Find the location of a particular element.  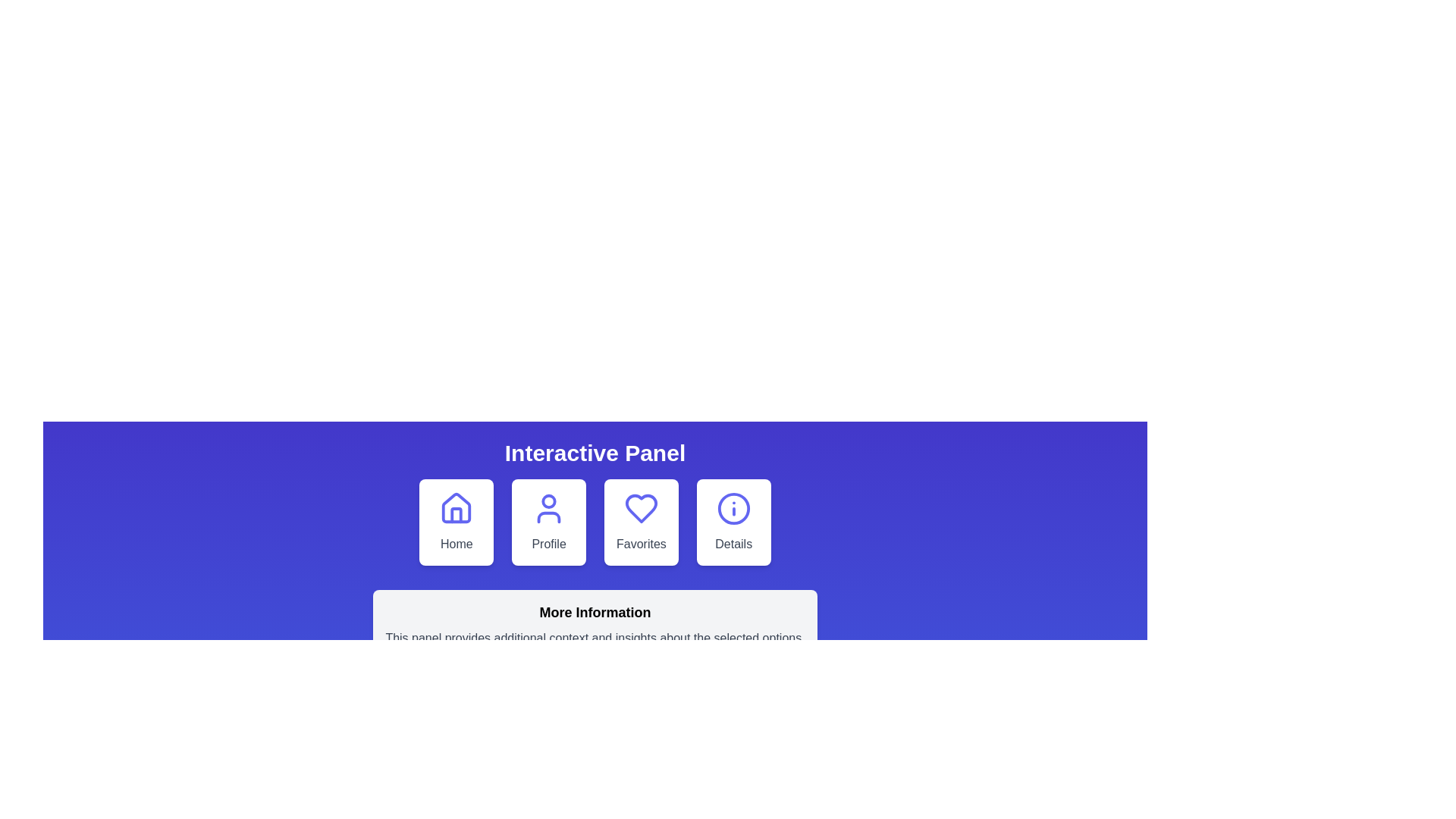

the clickable button at the bottom right of the interactive panel that likely navigates to a details page, located next to the 'Favorites' option is located at coordinates (733, 522).